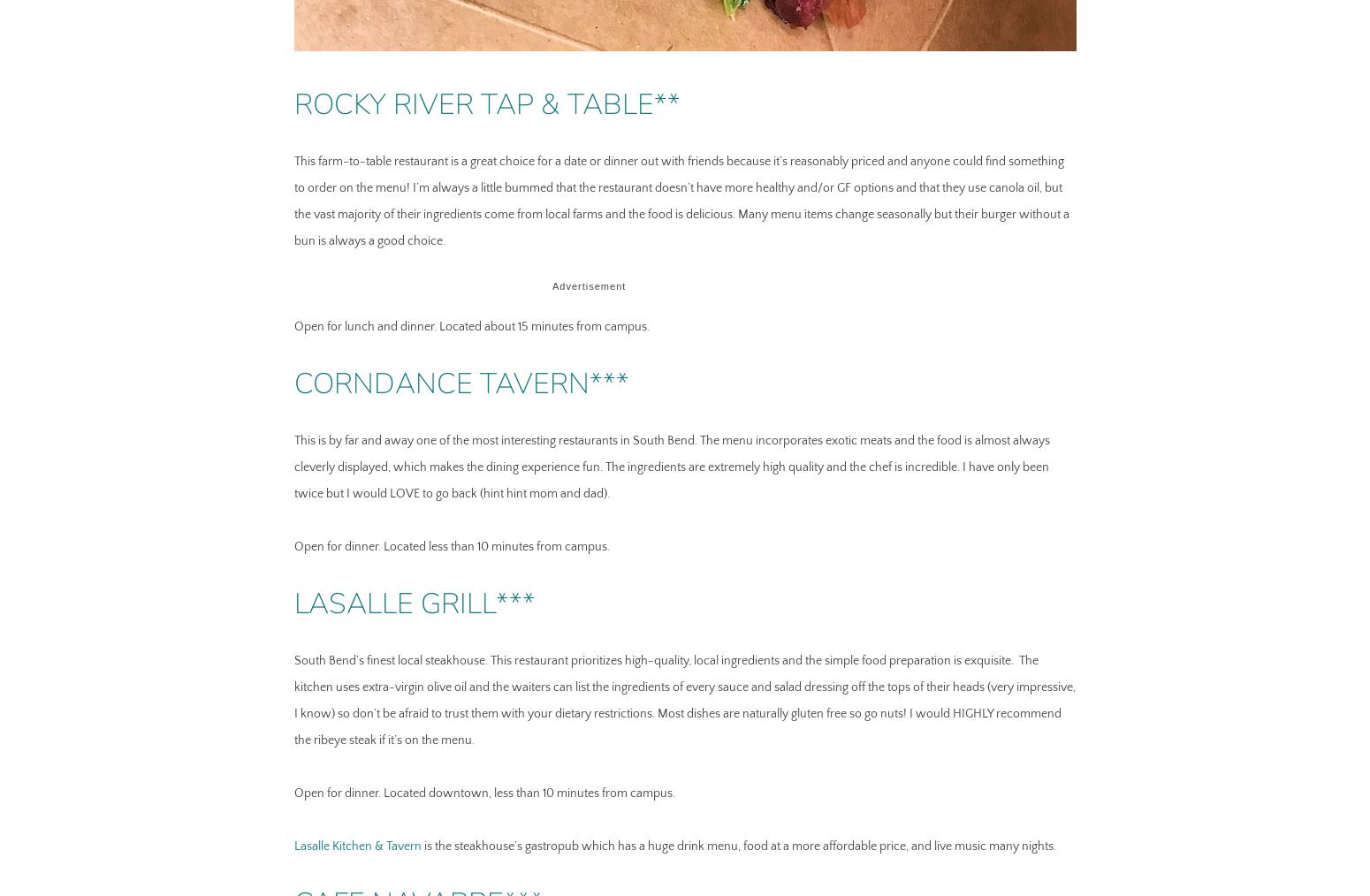  What do you see at coordinates (460, 382) in the screenshot?
I see `'Corndance Tavern***'` at bounding box center [460, 382].